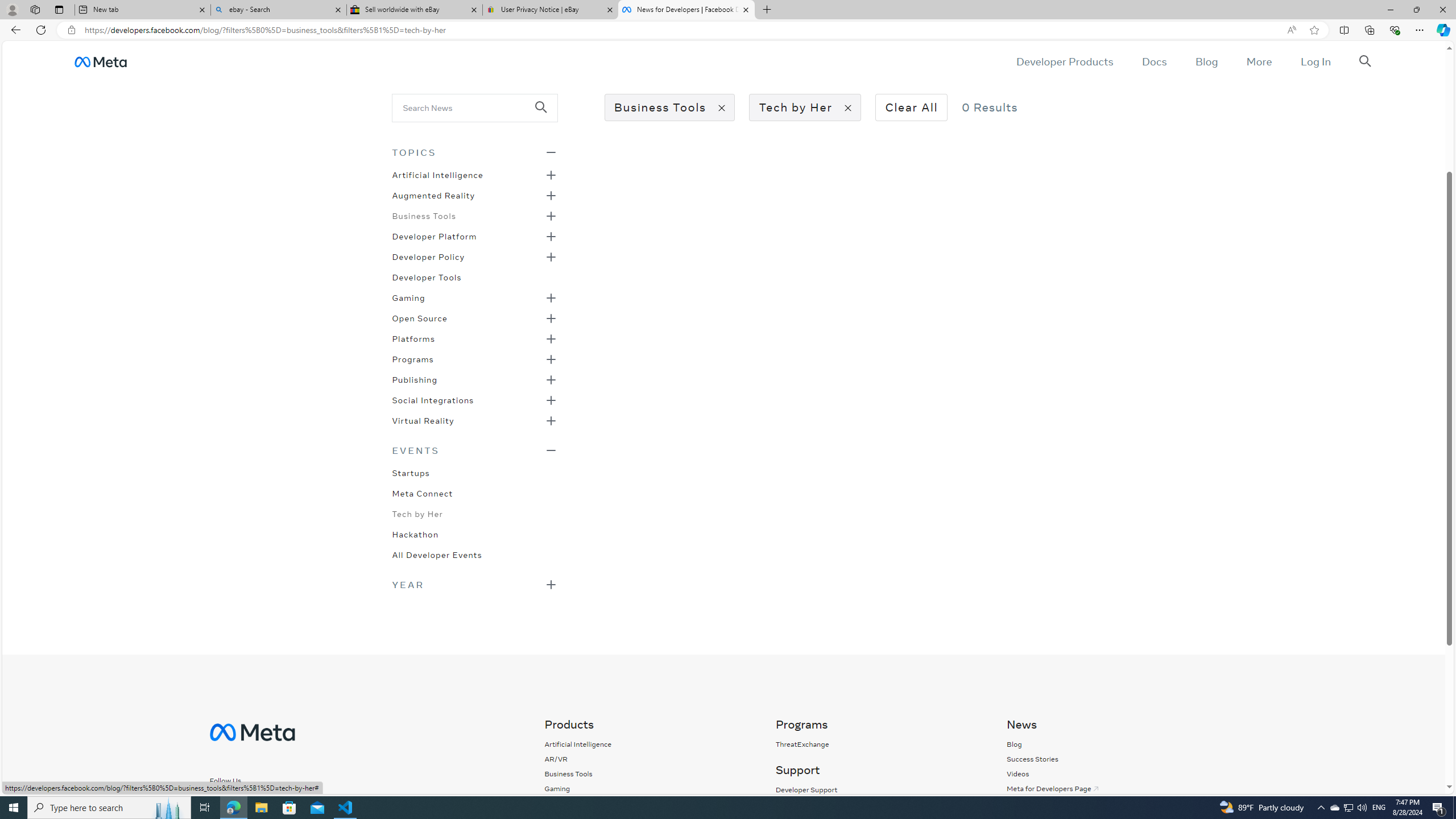  What do you see at coordinates (1153, 61) in the screenshot?
I see `'Docs'` at bounding box center [1153, 61].